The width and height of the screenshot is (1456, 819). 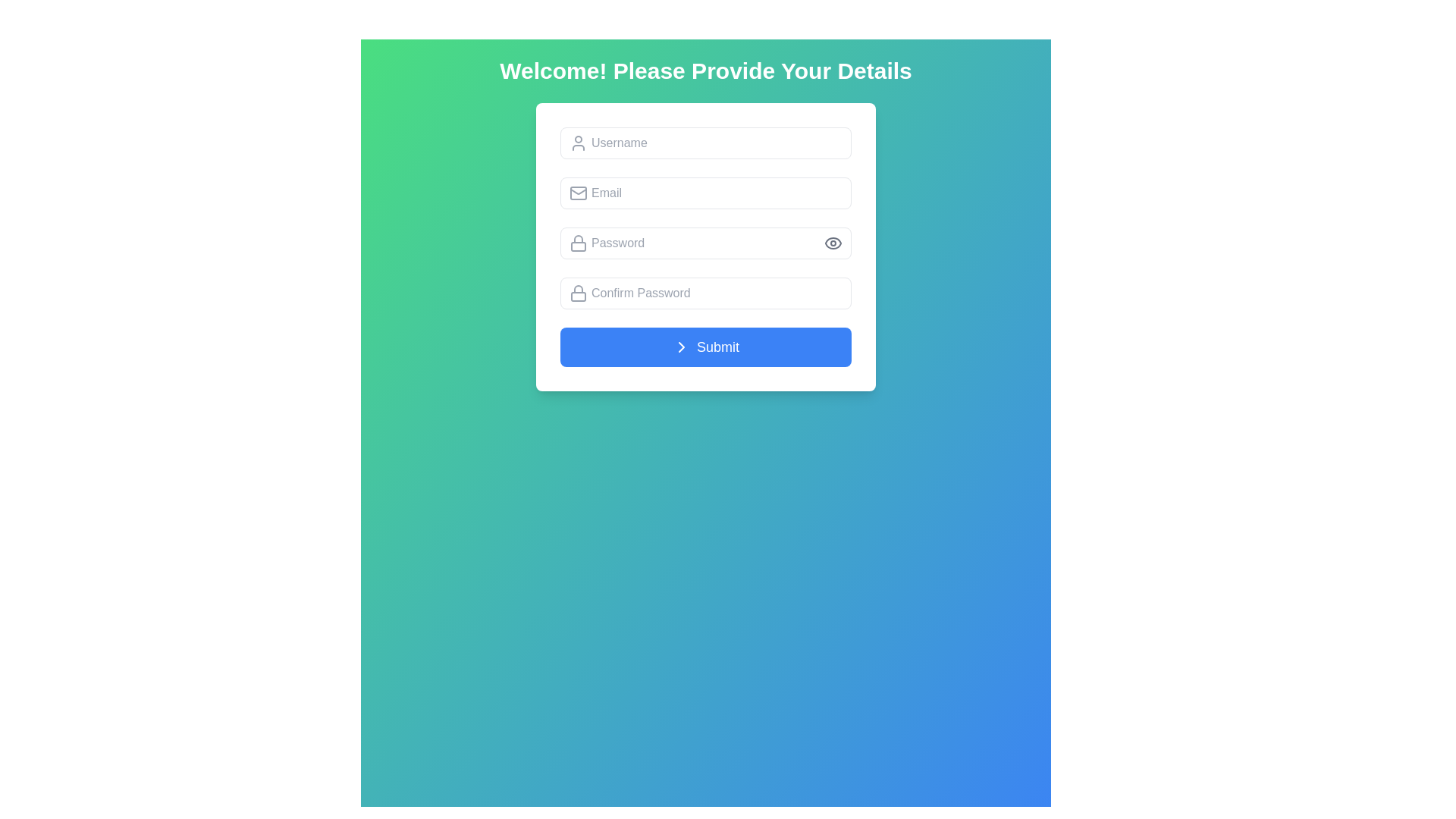 I want to click on the icon that indicates the nature of the 'Confirm Password' input field, which is aligned to the left margin of the field and vertically centered relative to its height, so click(x=578, y=293).